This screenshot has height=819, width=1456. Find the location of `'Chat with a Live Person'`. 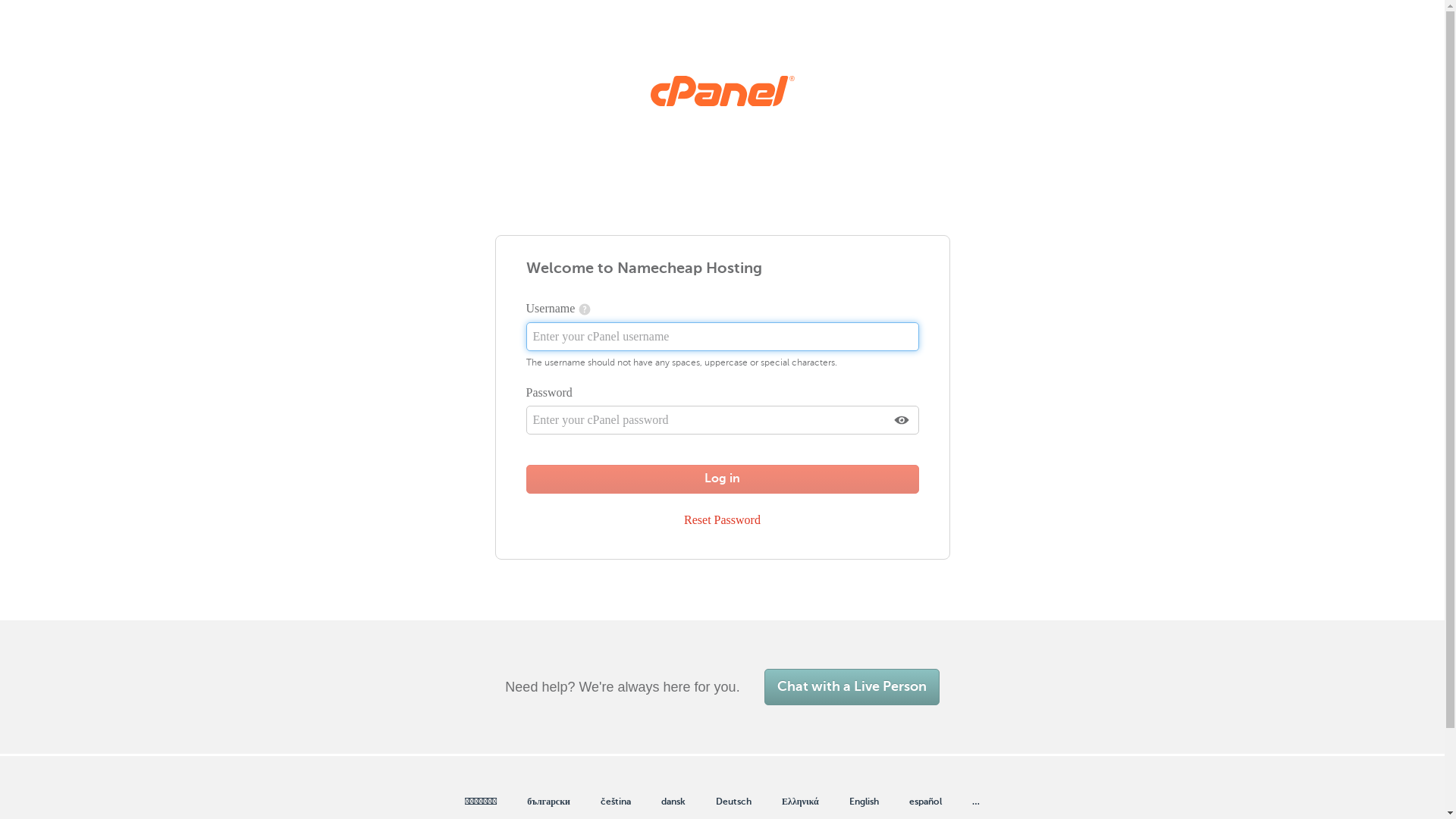

'Chat with a Live Person' is located at coordinates (852, 687).